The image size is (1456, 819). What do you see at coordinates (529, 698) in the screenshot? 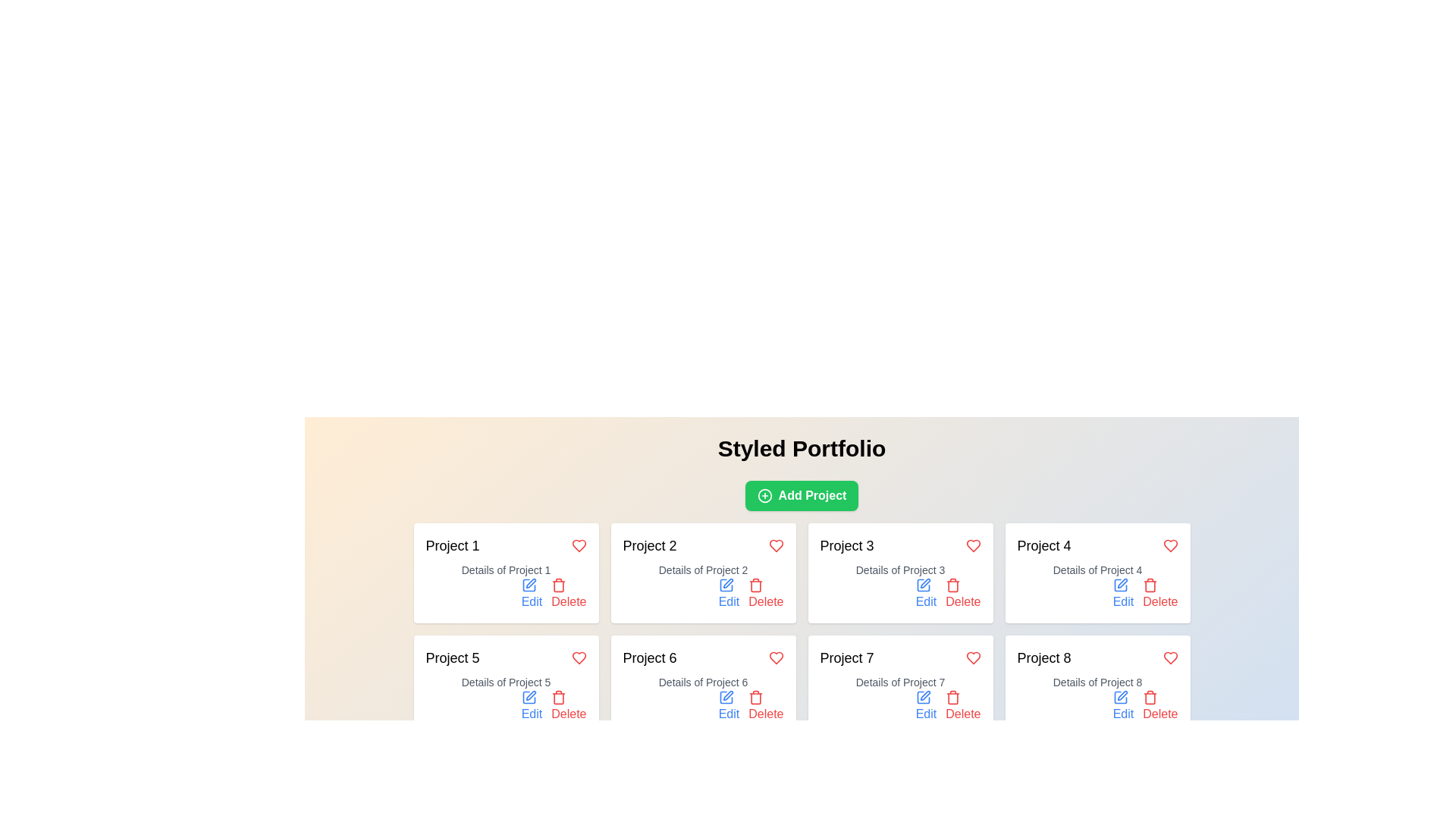
I see `the blue pen icon styled in a flat vector format, which is part of the action menu under the 'Edit' label in the project card for initiating editing` at bounding box center [529, 698].